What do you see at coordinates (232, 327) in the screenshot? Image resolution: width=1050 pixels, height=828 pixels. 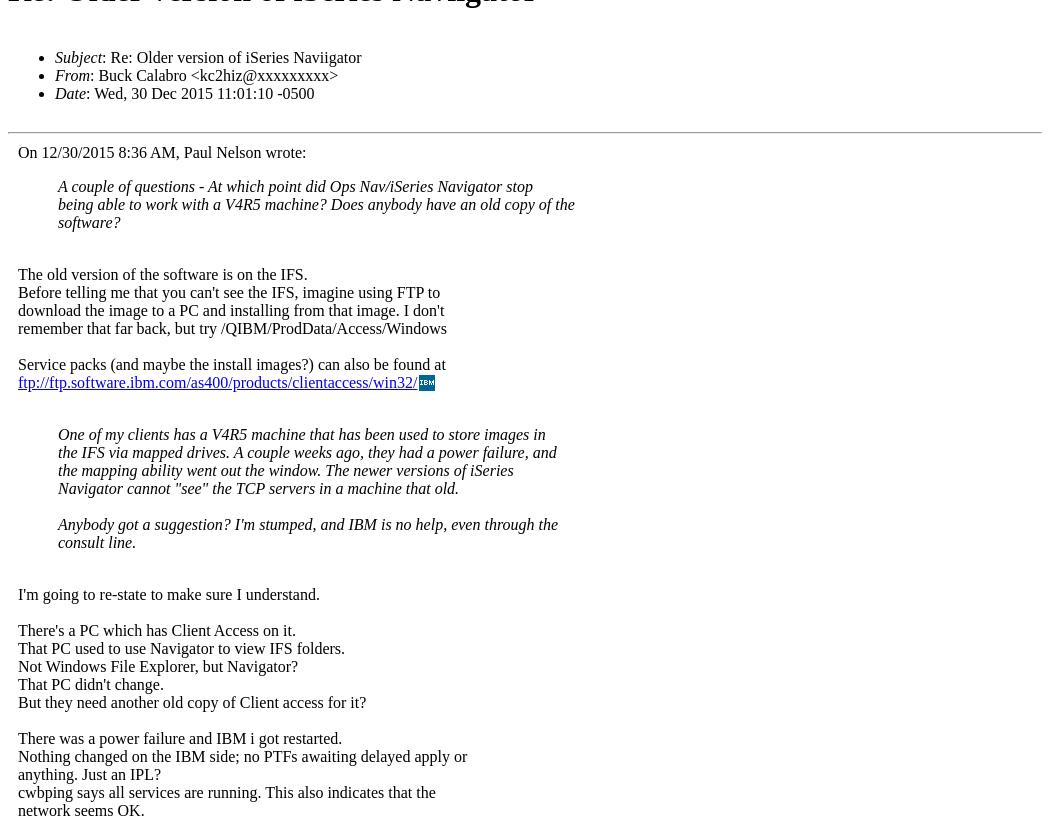 I see `'remember that far back, but try /QIBM/ProdData/Access/Windows'` at bounding box center [232, 327].